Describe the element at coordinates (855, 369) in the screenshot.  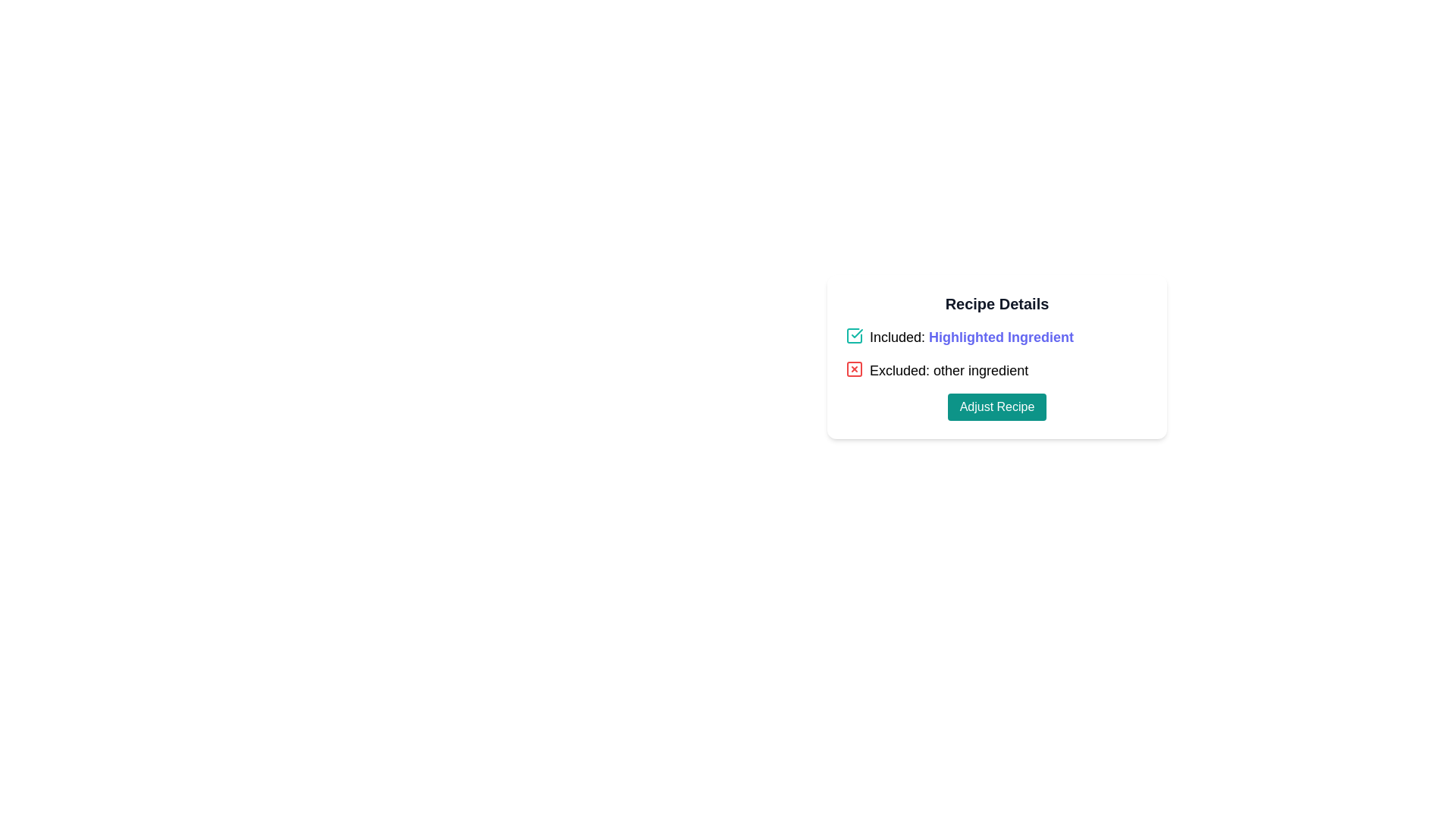
I see `the exclusion icon that visually indicates the status of 'other ingredient', located to the left of the text 'Excluded: other ingredient' in the Recipe Details card` at that location.